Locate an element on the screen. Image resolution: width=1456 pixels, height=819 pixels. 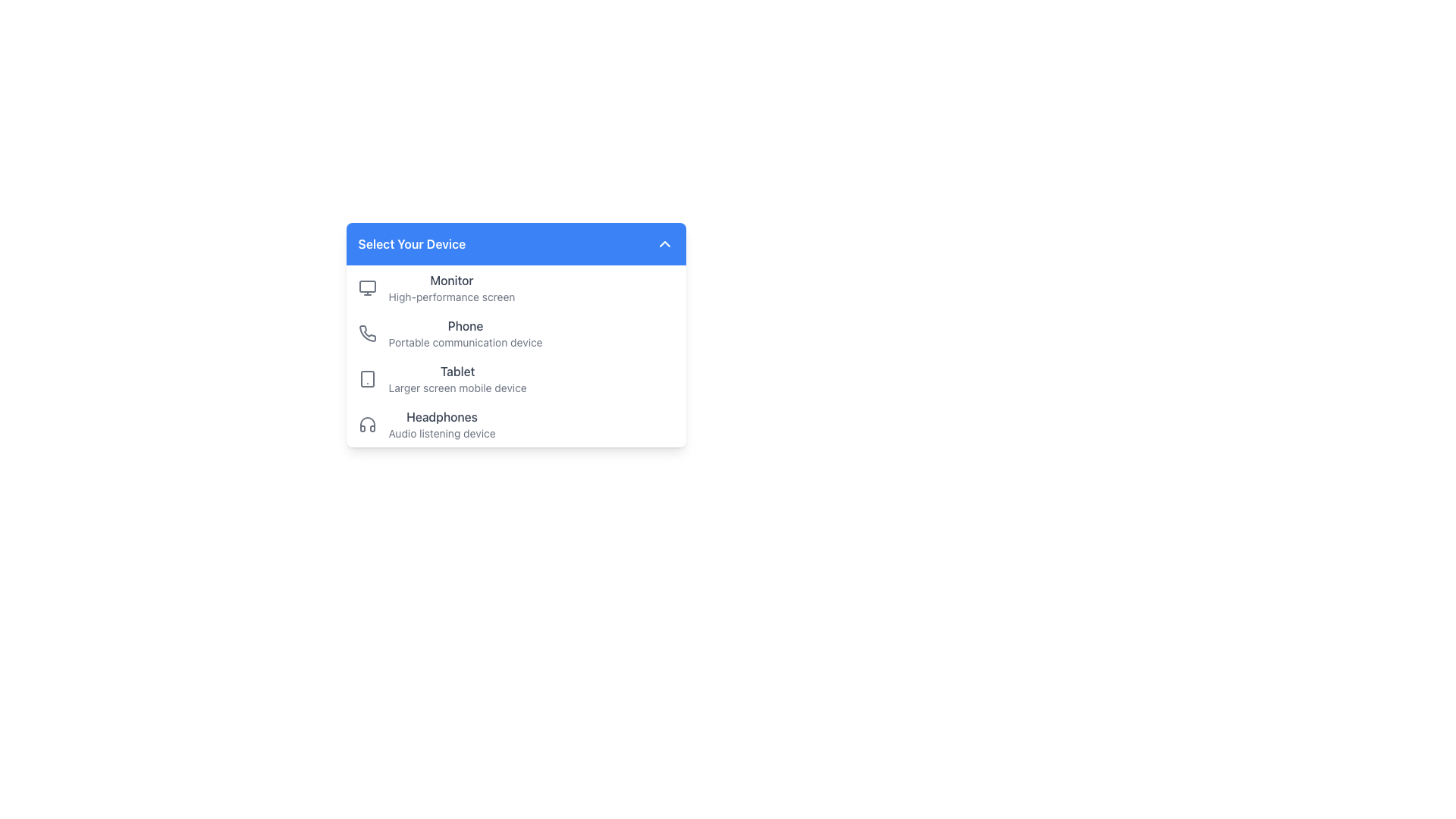
the text label element that reads 'Audio listening device', which is styled in a smaller font size and gray color, positioned beneath the 'Headphones' label is located at coordinates (441, 433).